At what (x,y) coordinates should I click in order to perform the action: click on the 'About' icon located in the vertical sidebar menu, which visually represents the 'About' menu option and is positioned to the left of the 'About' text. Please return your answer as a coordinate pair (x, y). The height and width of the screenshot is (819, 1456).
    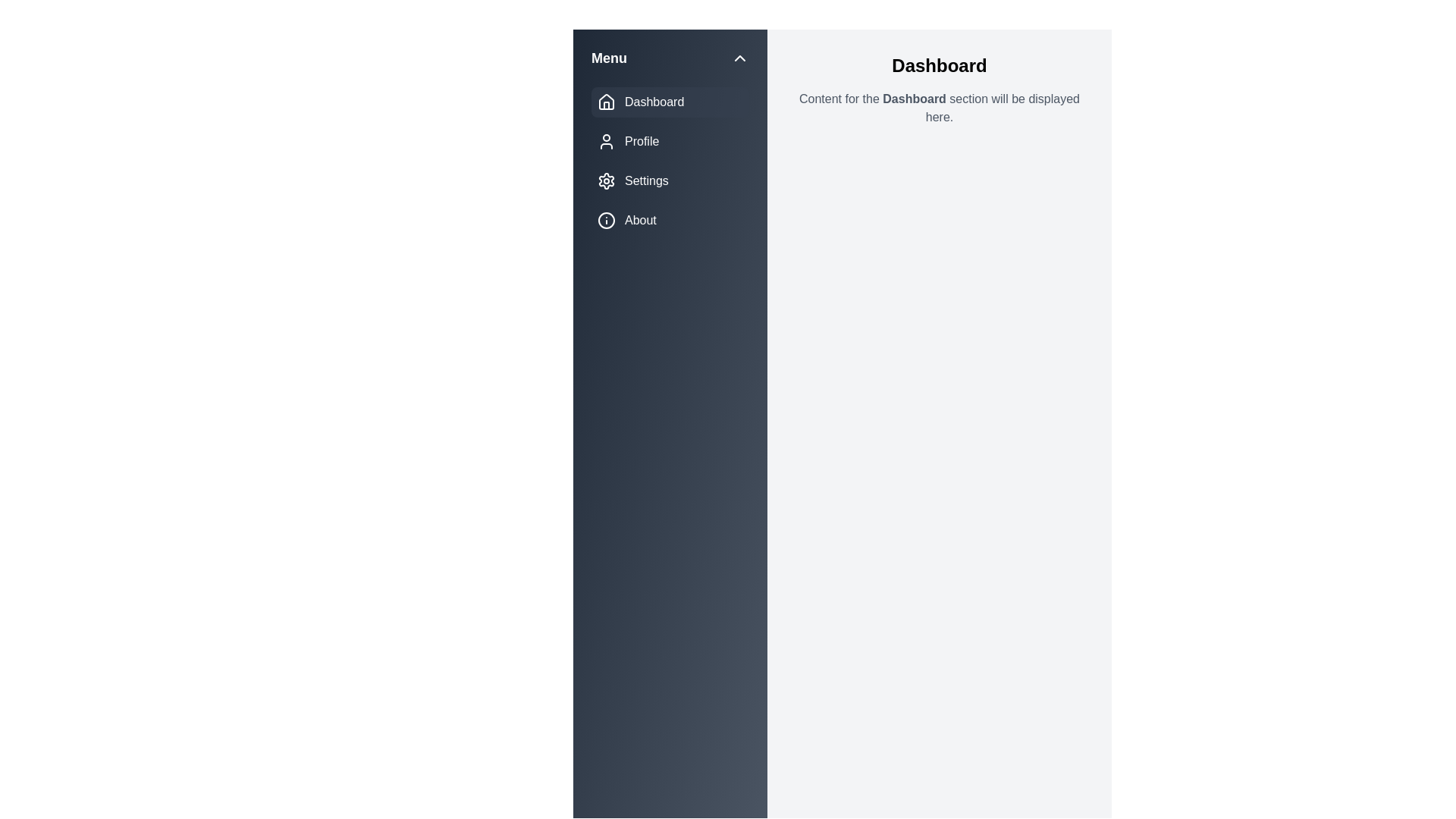
    Looking at the image, I should click on (607, 220).